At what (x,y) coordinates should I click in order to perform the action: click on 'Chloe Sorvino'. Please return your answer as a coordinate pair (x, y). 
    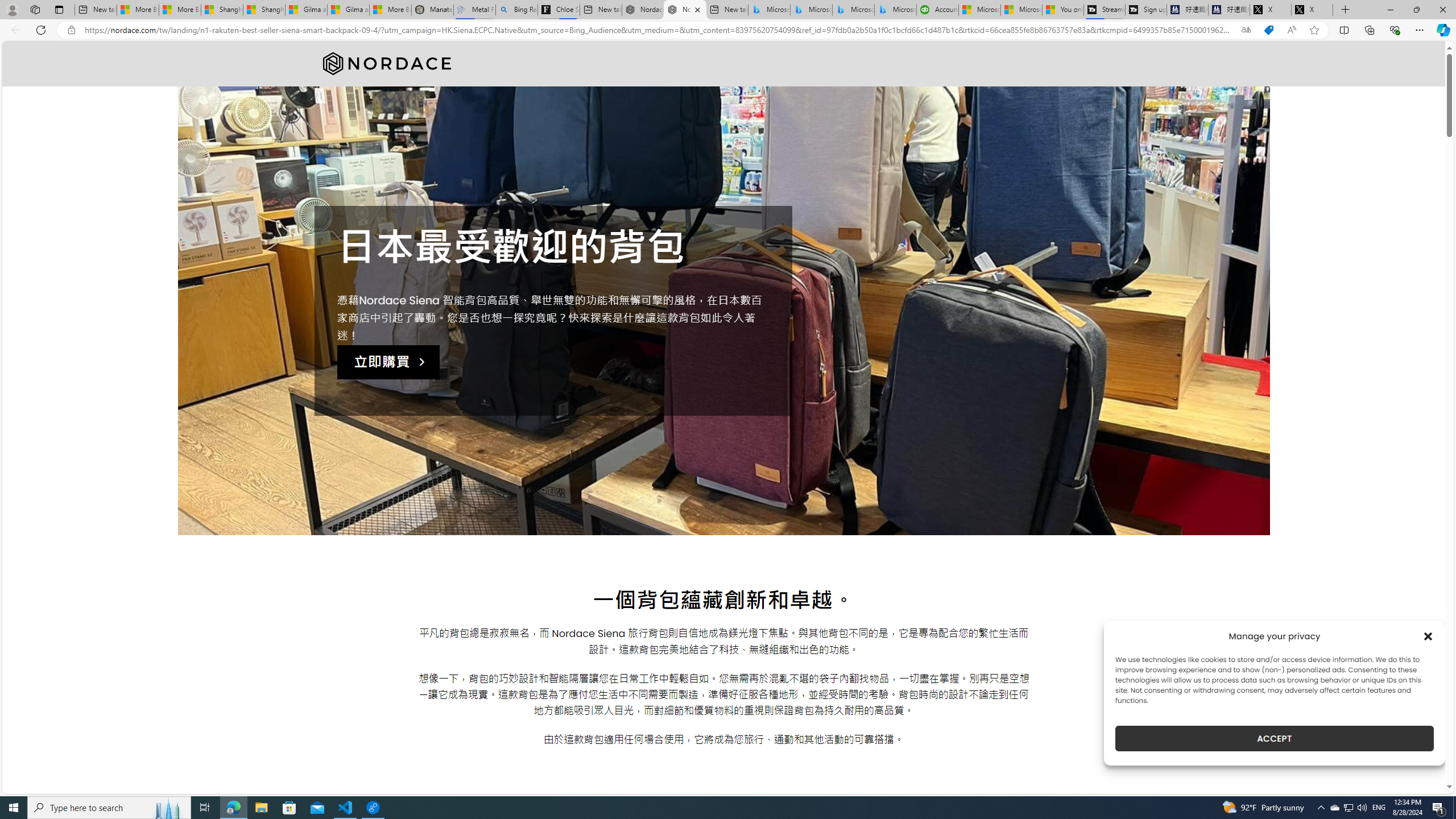
    Looking at the image, I should click on (559, 9).